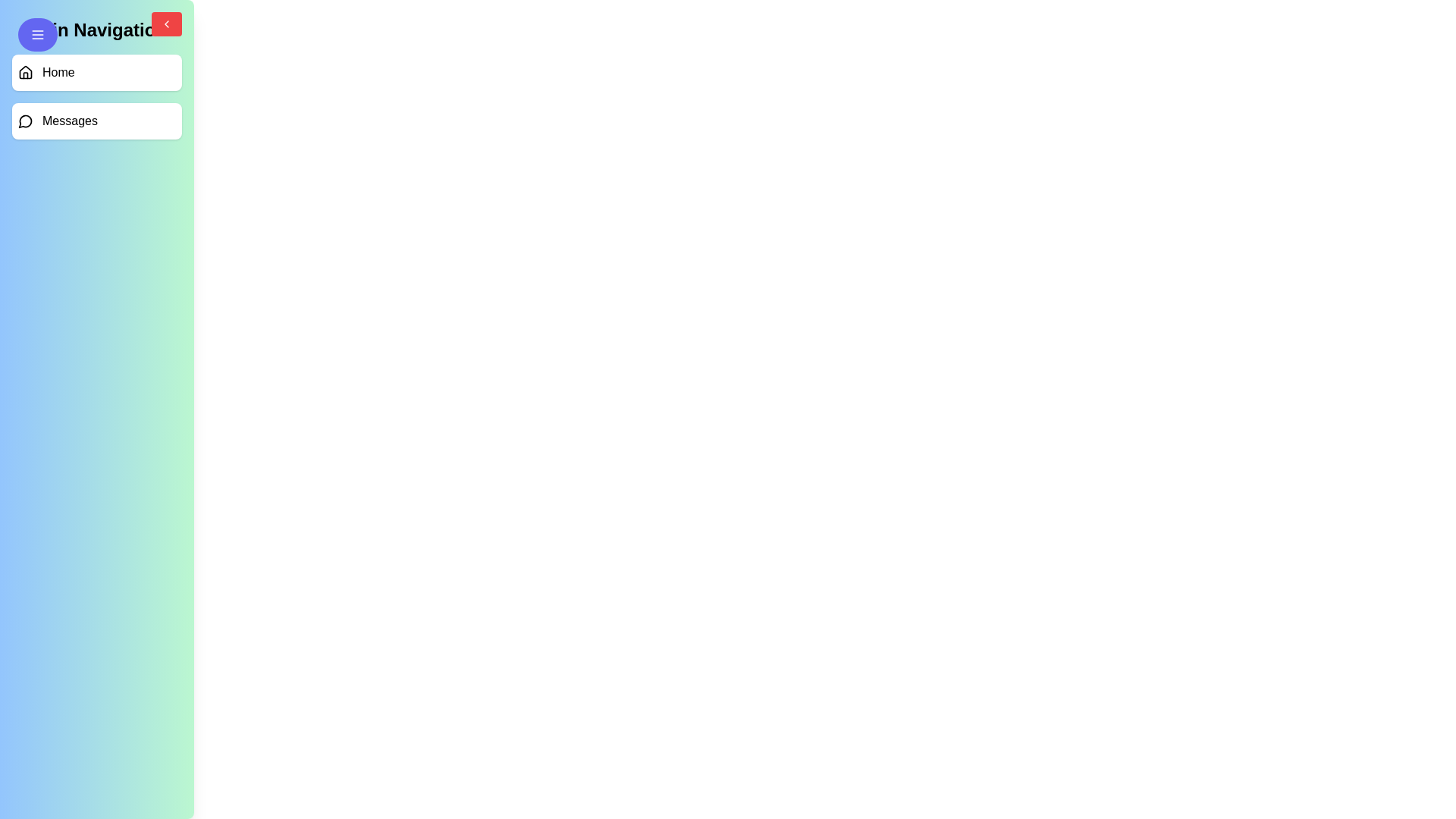  Describe the element at coordinates (37, 34) in the screenshot. I see `the circular blue button with white horizontal lines representing a menu icon located at the top-left corner of the navigation panel to change its appearance` at that location.